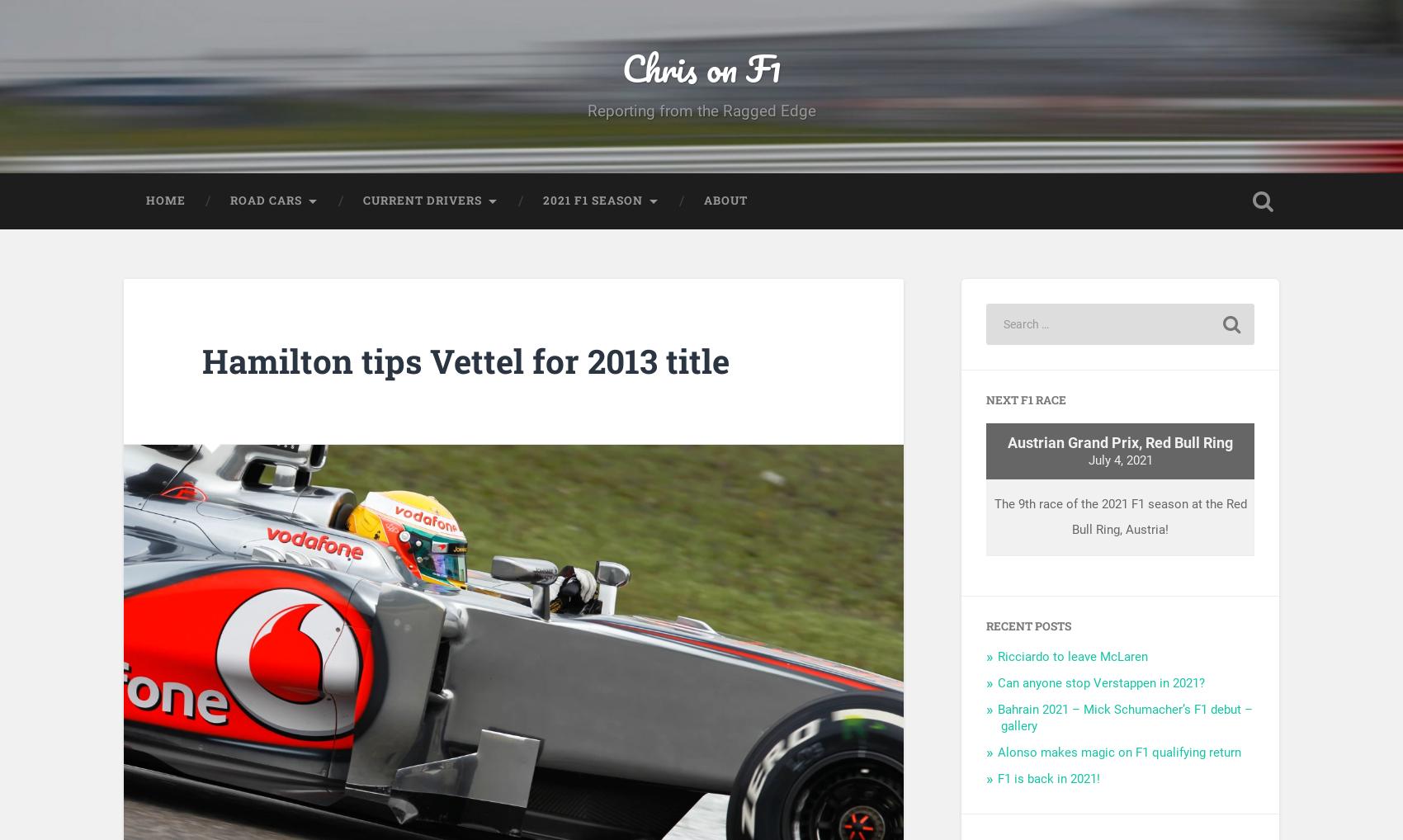 This screenshot has height=840, width=1403. What do you see at coordinates (1047, 788) in the screenshot?
I see `'F1 is back in 2021!'` at bounding box center [1047, 788].